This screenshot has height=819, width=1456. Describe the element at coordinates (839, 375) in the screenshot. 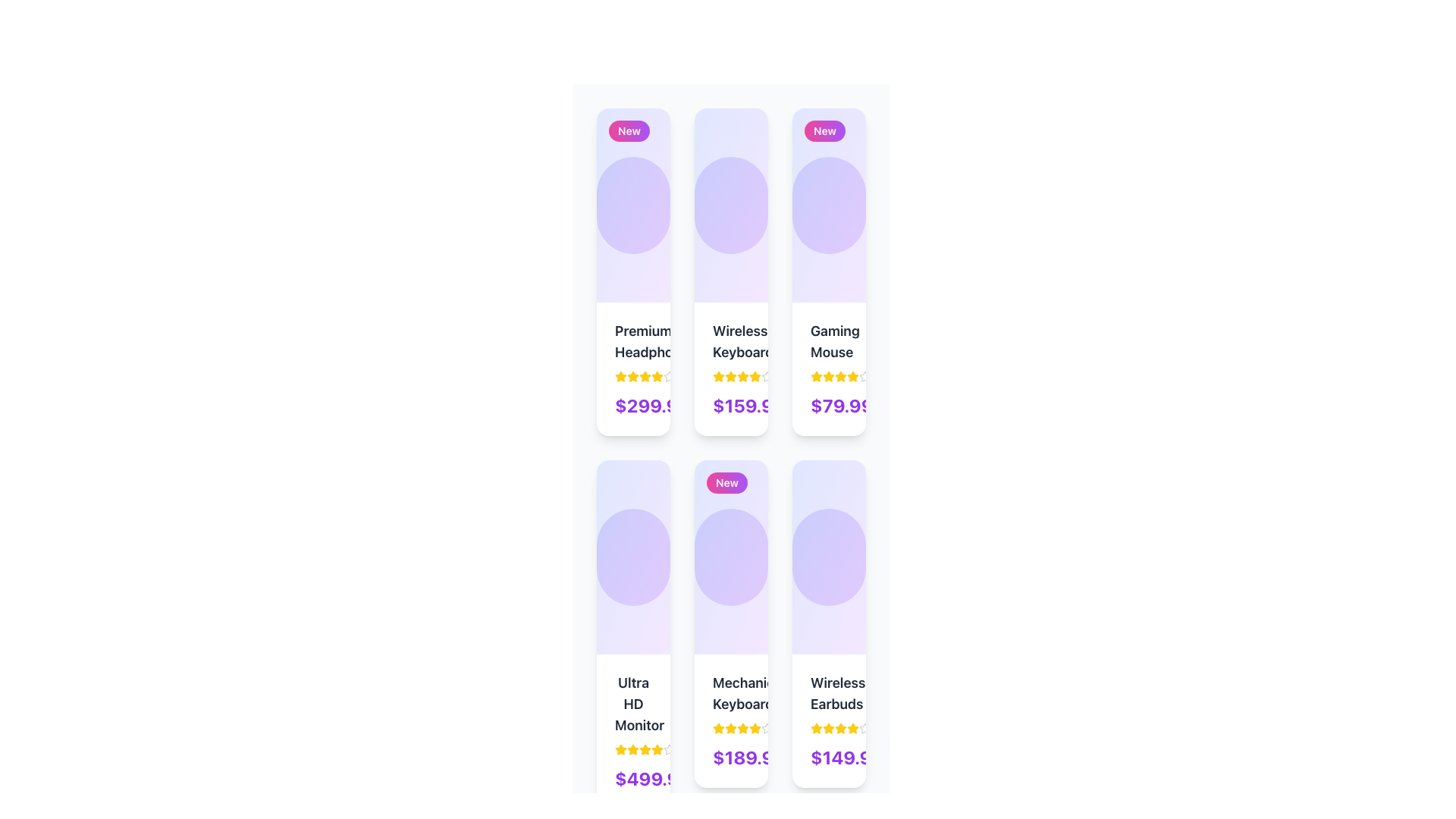

I see `the fourth star icon representing a product's rating in the third card of the first row` at that location.